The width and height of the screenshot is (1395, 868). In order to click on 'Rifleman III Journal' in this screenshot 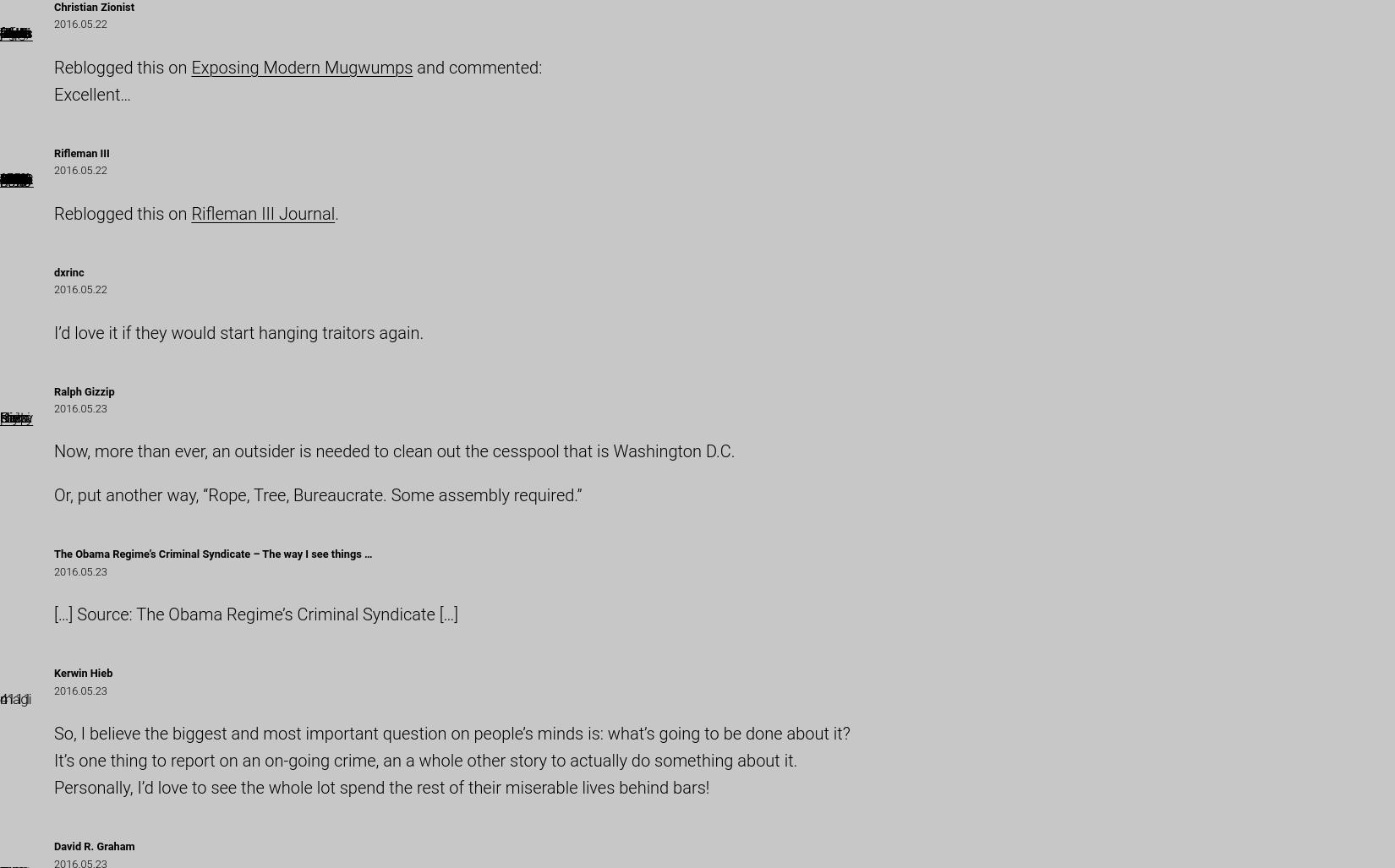, I will do `click(263, 213)`.